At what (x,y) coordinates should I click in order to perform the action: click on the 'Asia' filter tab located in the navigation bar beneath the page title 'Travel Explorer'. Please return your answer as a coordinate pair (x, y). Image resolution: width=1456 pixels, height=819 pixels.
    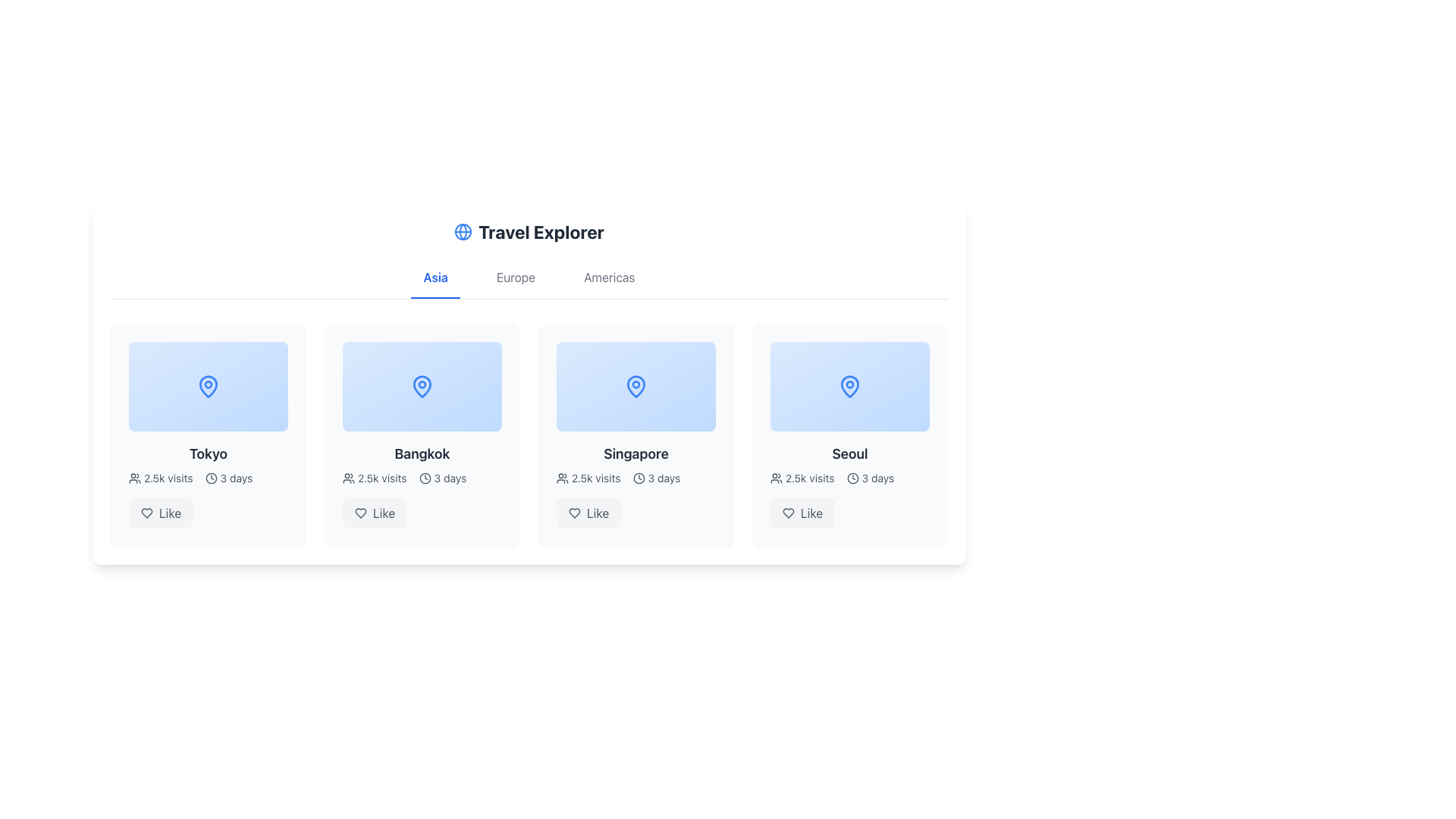
    Looking at the image, I should click on (435, 284).